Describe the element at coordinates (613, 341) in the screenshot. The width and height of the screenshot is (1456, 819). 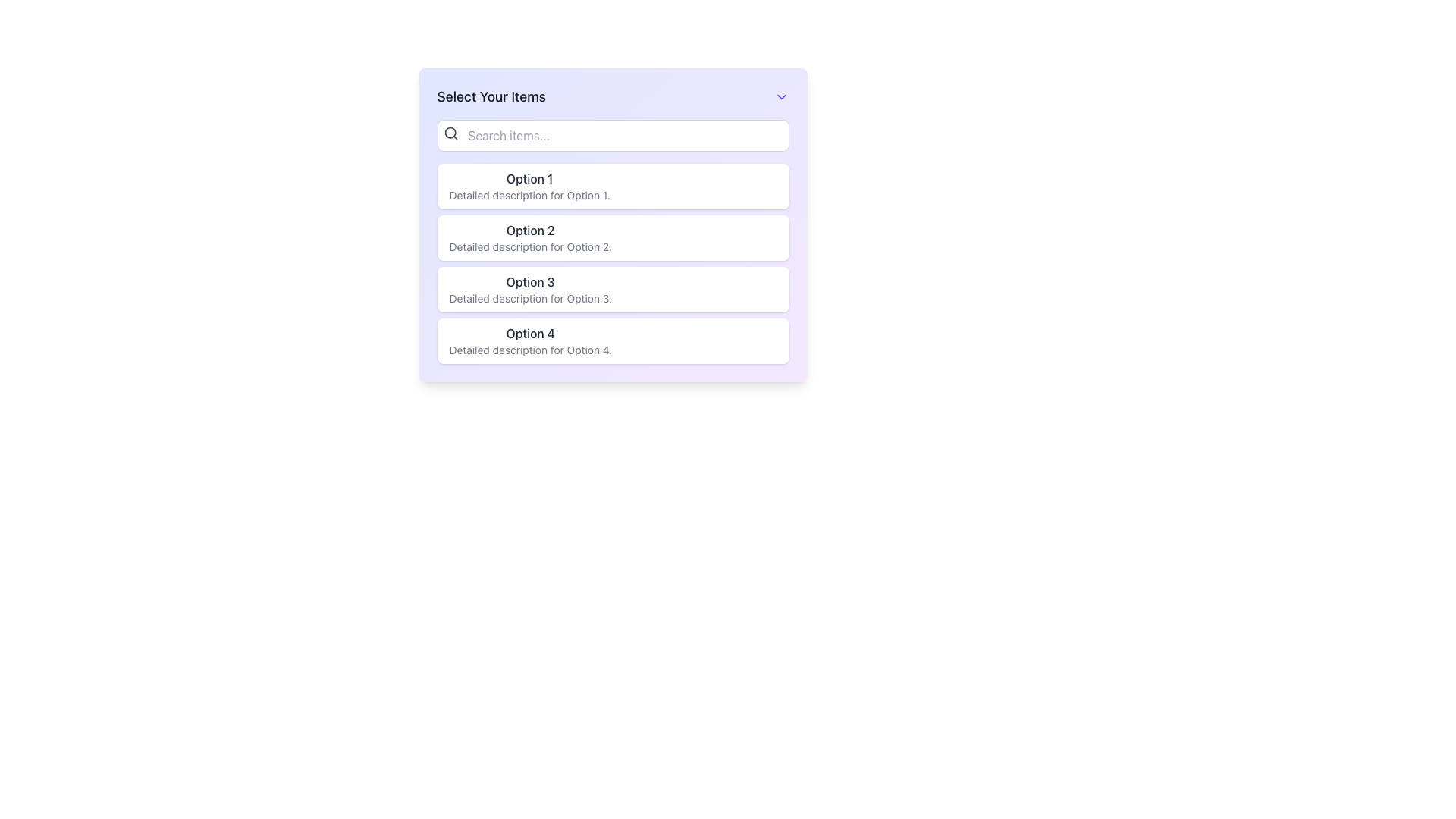
I see `the fourth option selector in the dropdown list, which allows users to choose 'Option 4'` at that location.